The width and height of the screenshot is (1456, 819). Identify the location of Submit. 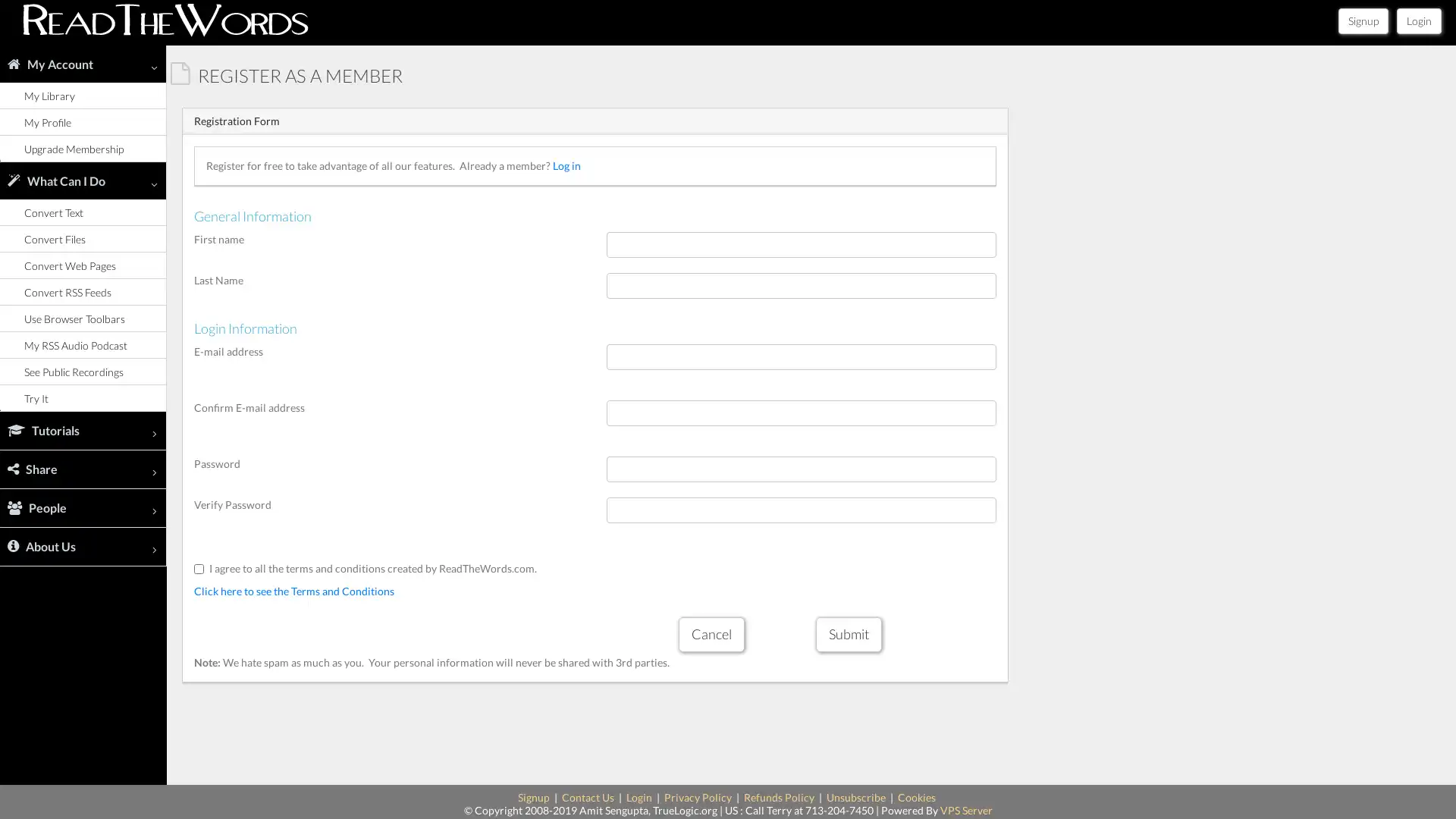
(847, 634).